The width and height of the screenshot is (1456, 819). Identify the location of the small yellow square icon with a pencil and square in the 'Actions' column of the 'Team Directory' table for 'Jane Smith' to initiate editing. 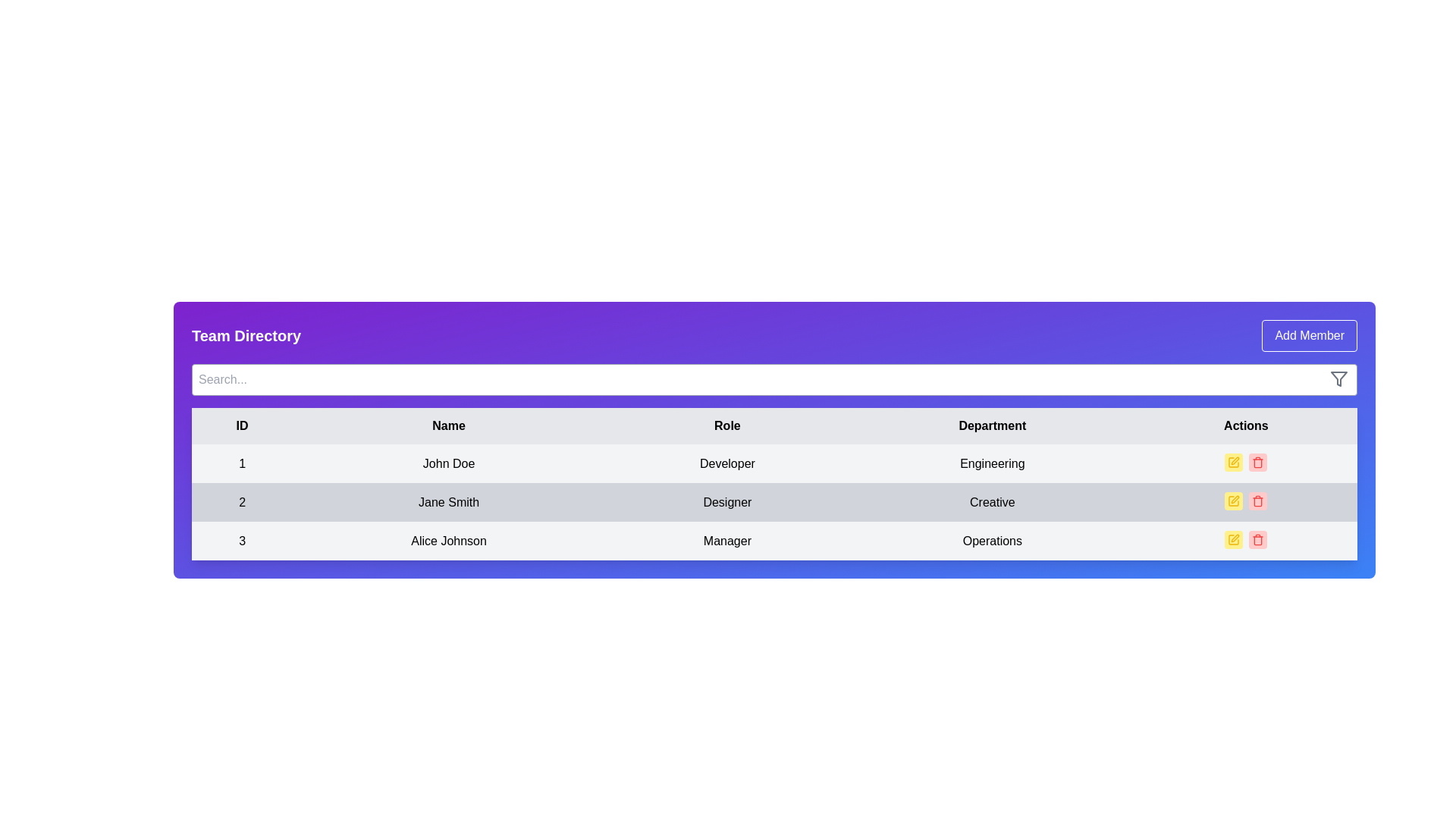
(1234, 500).